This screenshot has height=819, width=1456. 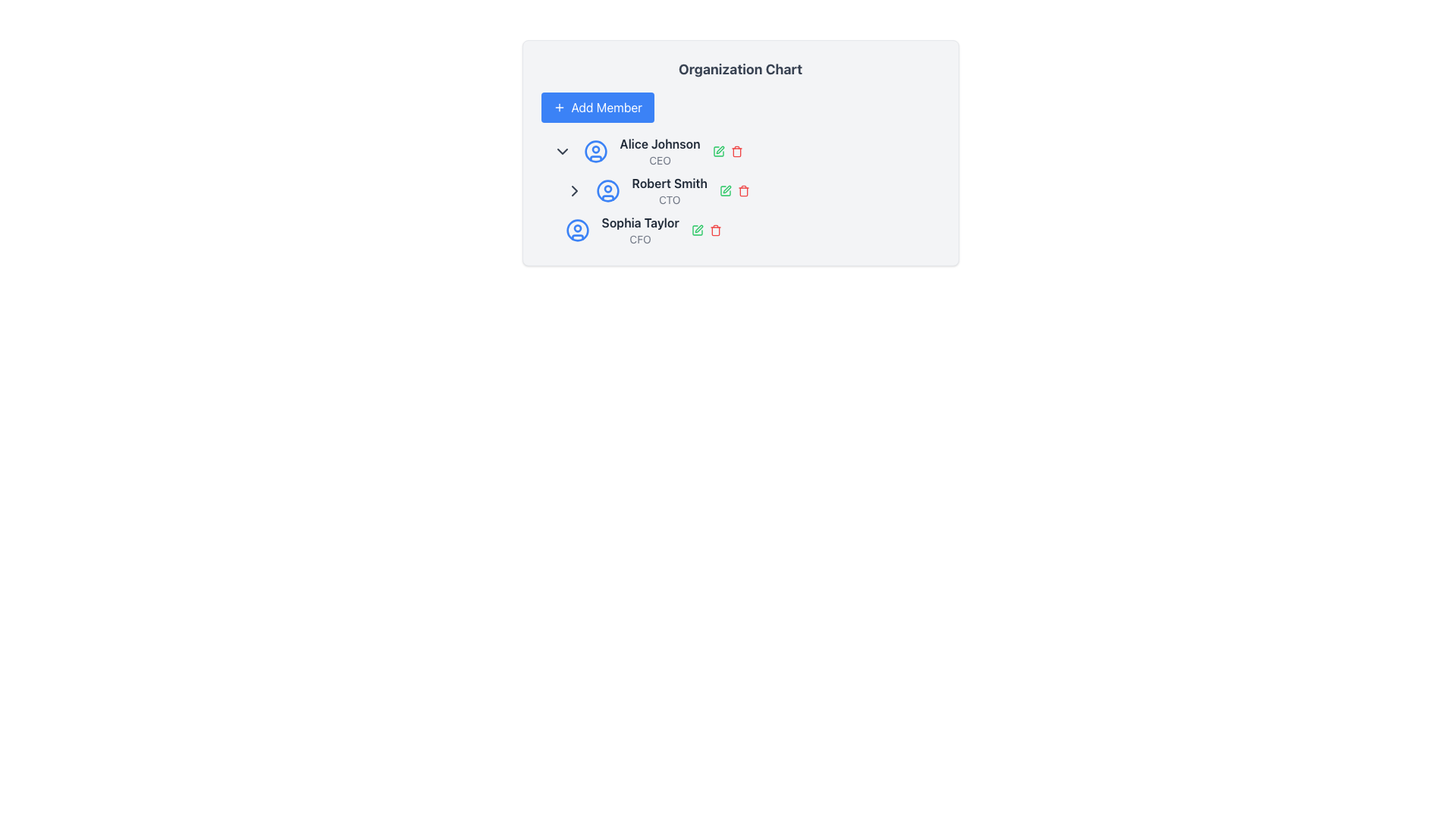 I want to click on the bold, large-sized gray header text displaying 'Organization Chart', which is positioned prominently at the top of the section above the 'Add Member' button, so click(x=740, y=70).